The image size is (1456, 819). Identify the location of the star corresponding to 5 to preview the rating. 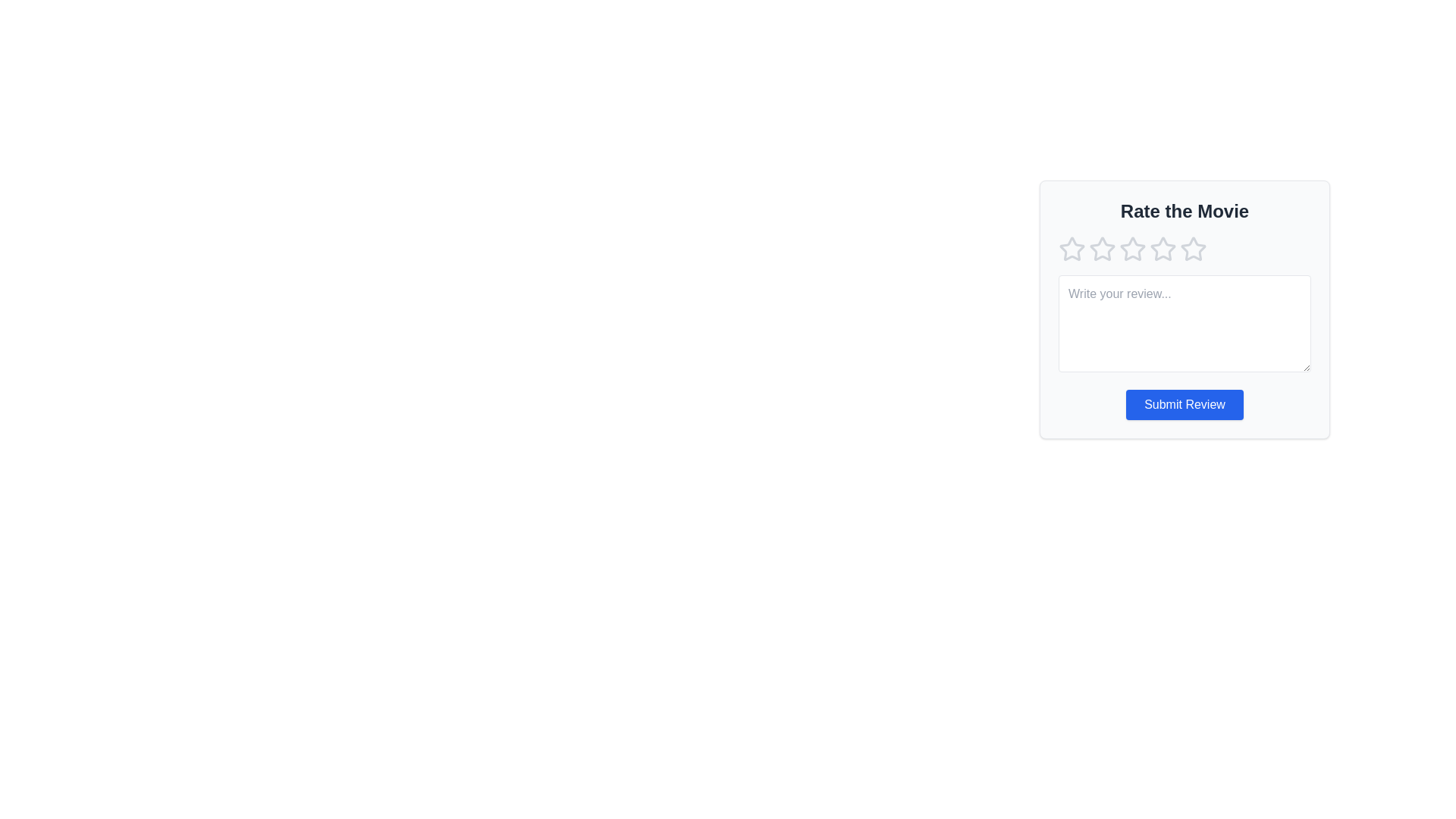
(1193, 248).